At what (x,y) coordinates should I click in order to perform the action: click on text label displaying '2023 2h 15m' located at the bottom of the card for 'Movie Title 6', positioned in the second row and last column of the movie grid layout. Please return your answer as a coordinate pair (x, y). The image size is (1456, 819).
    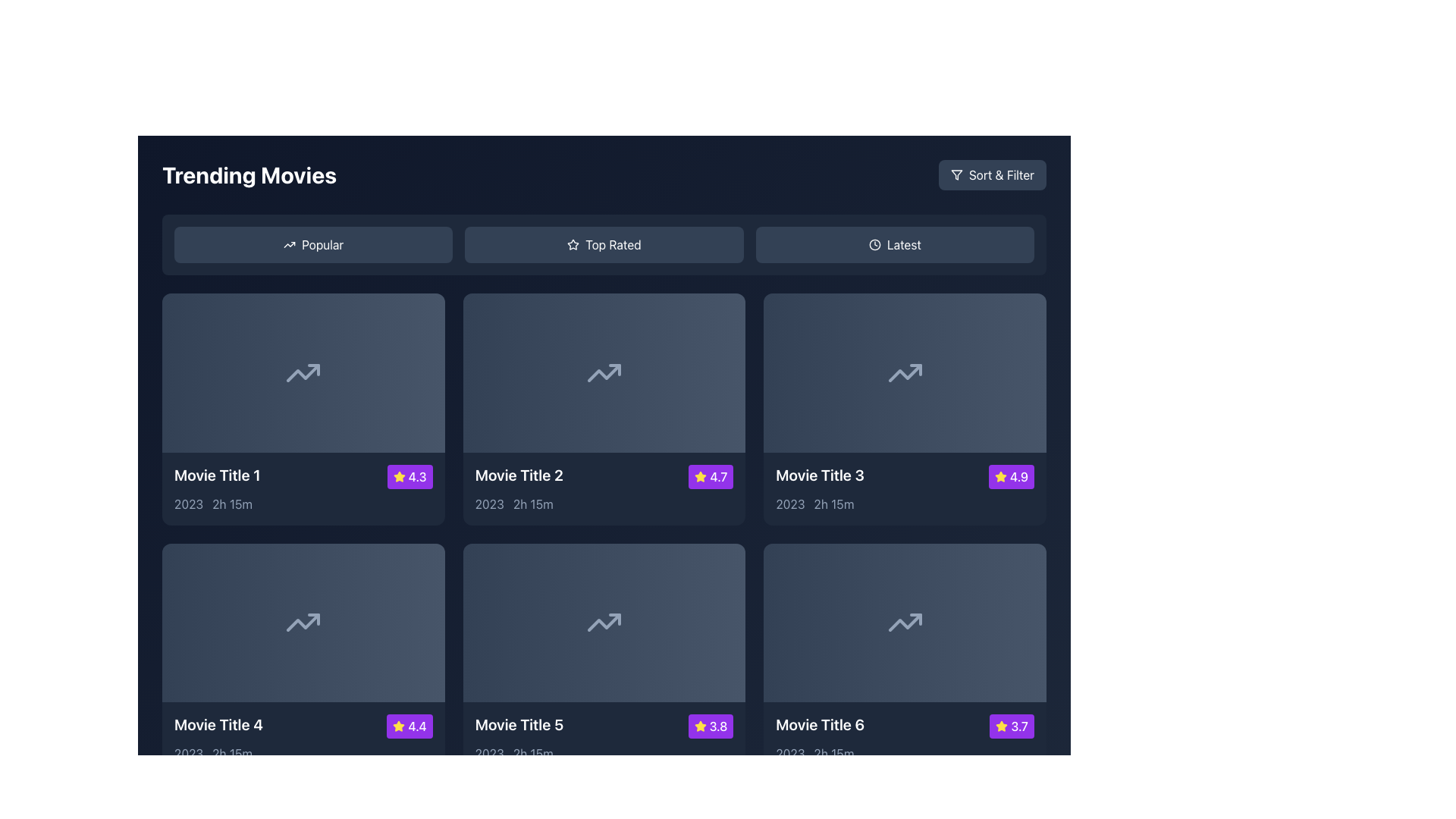
    Looking at the image, I should click on (905, 754).